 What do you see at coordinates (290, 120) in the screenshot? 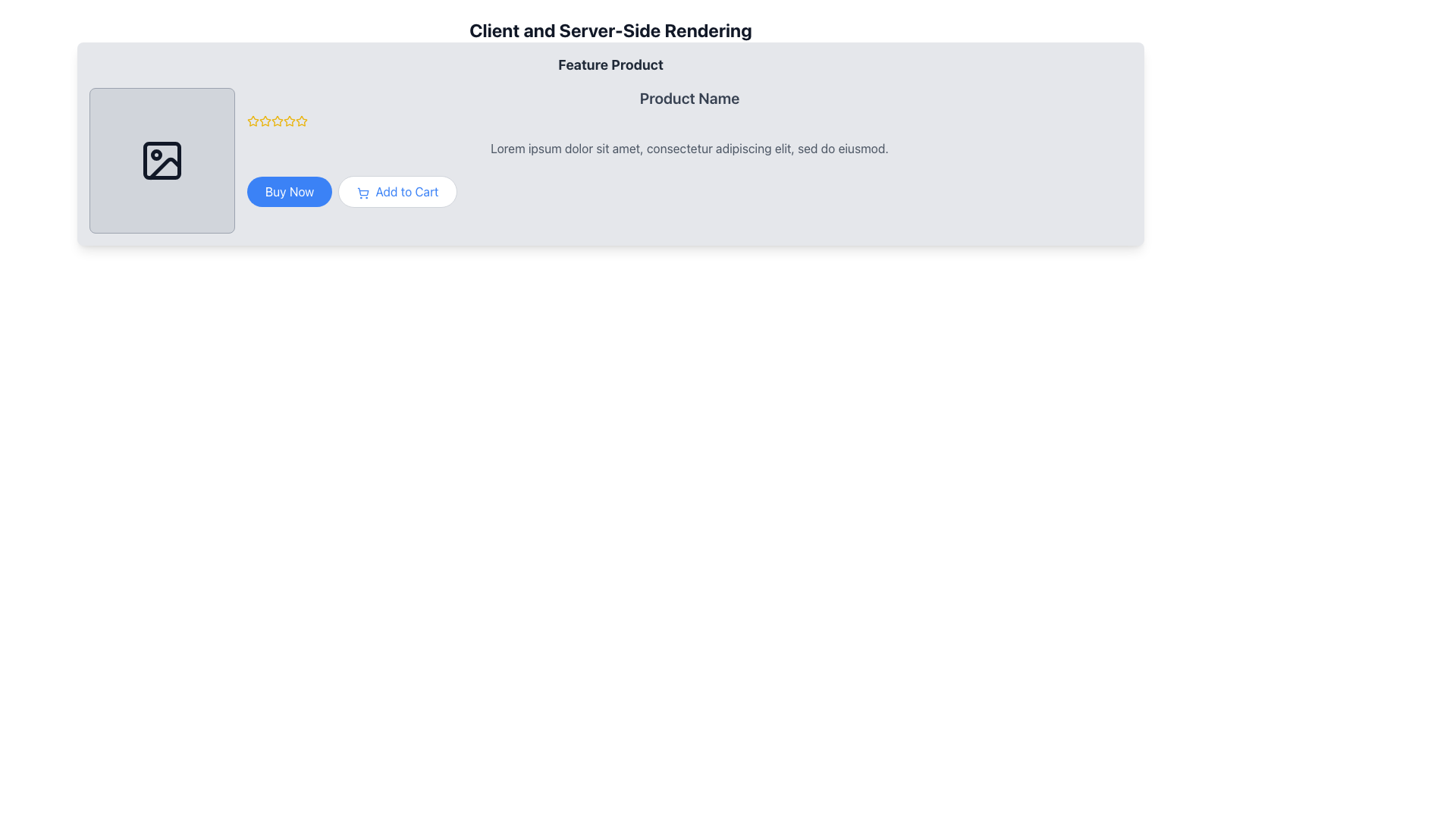
I see `the third star-shaped icon in a horizontal sequence of five stars, which is outlined and filled with golden-yellow, representing a rating mechanism` at bounding box center [290, 120].